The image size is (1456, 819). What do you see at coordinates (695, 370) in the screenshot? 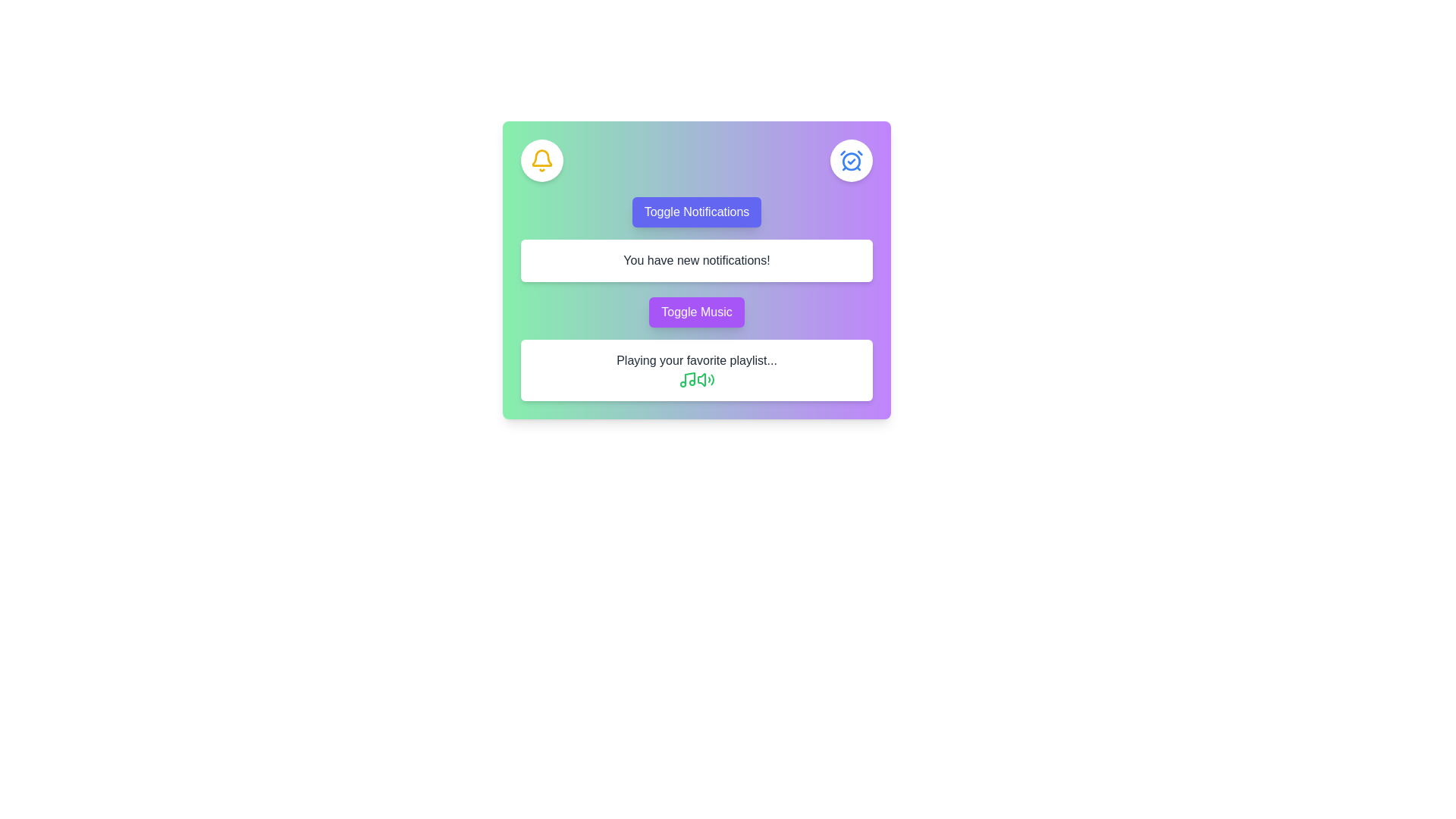
I see `the Informational panel containing the text 'Playing your favorite playlist...' and the musical note and speaker icons, which is located below the 'Toggle Music' button` at bounding box center [695, 370].